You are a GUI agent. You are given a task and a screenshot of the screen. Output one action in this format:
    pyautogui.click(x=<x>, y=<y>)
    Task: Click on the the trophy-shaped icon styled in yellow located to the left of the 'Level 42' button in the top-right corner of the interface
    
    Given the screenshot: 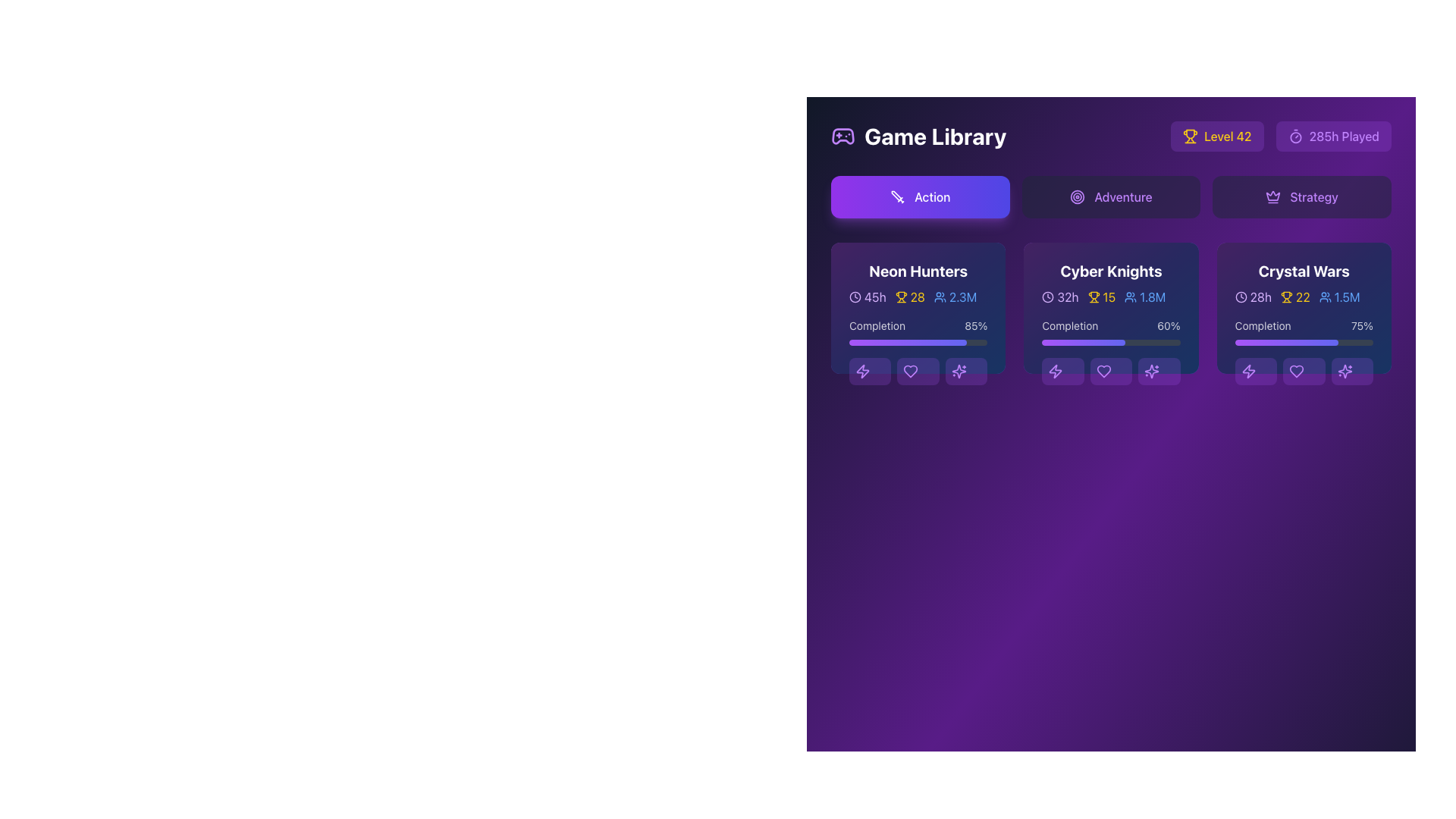 What is the action you would take?
    pyautogui.click(x=1190, y=136)
    